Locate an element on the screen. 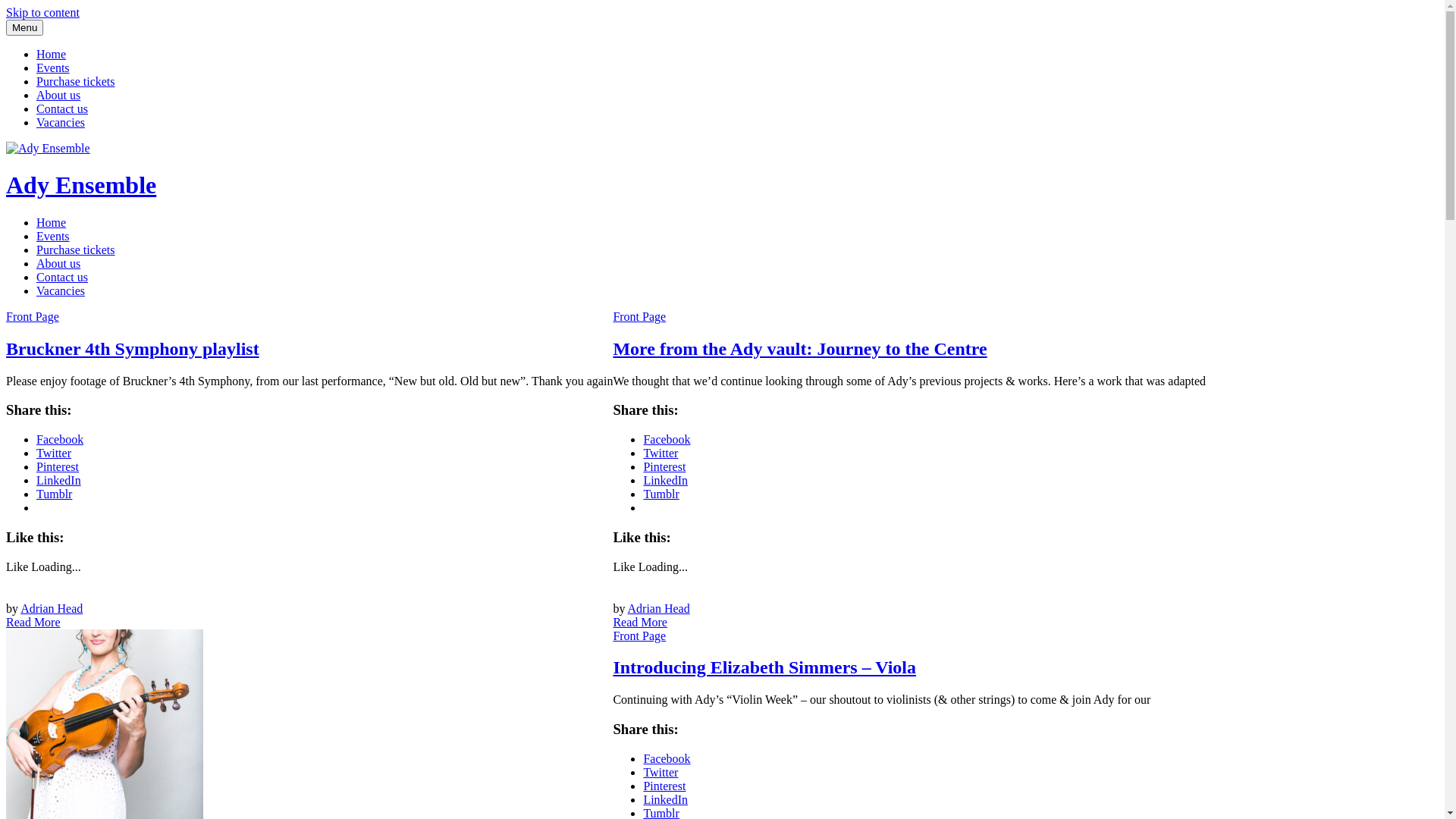  'Skip to content' is located at coordinates (42, 12).